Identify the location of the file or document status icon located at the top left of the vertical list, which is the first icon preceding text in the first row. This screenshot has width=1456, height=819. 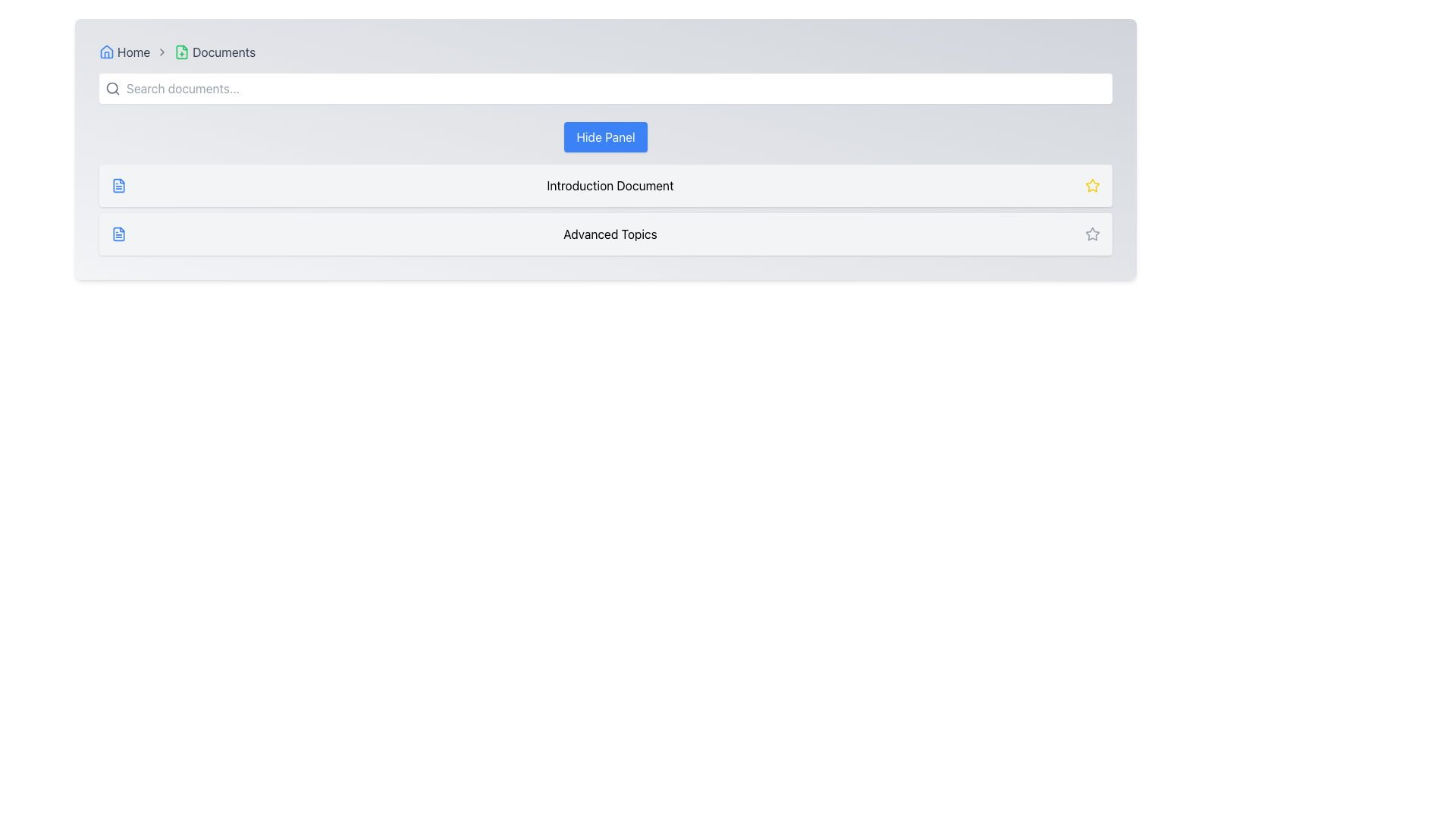
(118, 185).